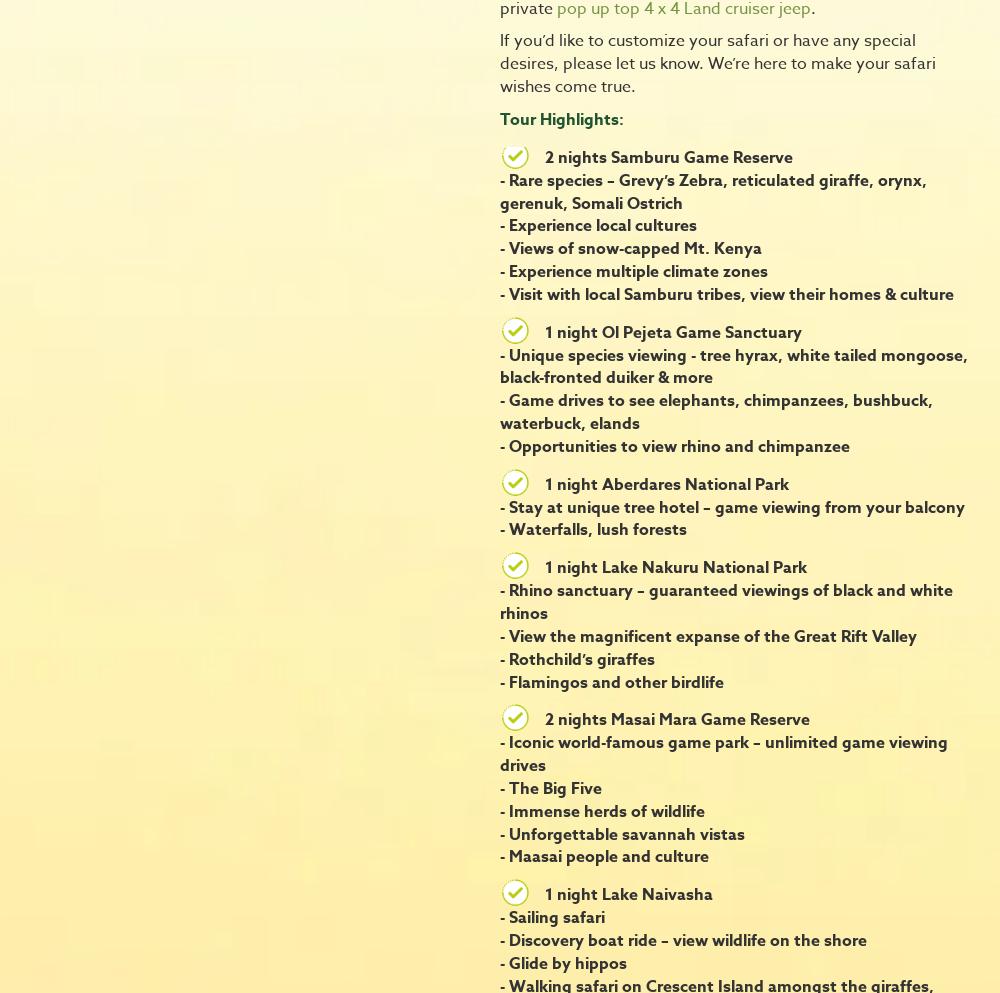 The width and height of the screenshot is (1000, 993). What do you see at coordinates (725, 602) in the screenshot?
I see `'- Rhino sanctuary – guaranteed viewings of black and white rhinos'` at bounding box center [725, 602].